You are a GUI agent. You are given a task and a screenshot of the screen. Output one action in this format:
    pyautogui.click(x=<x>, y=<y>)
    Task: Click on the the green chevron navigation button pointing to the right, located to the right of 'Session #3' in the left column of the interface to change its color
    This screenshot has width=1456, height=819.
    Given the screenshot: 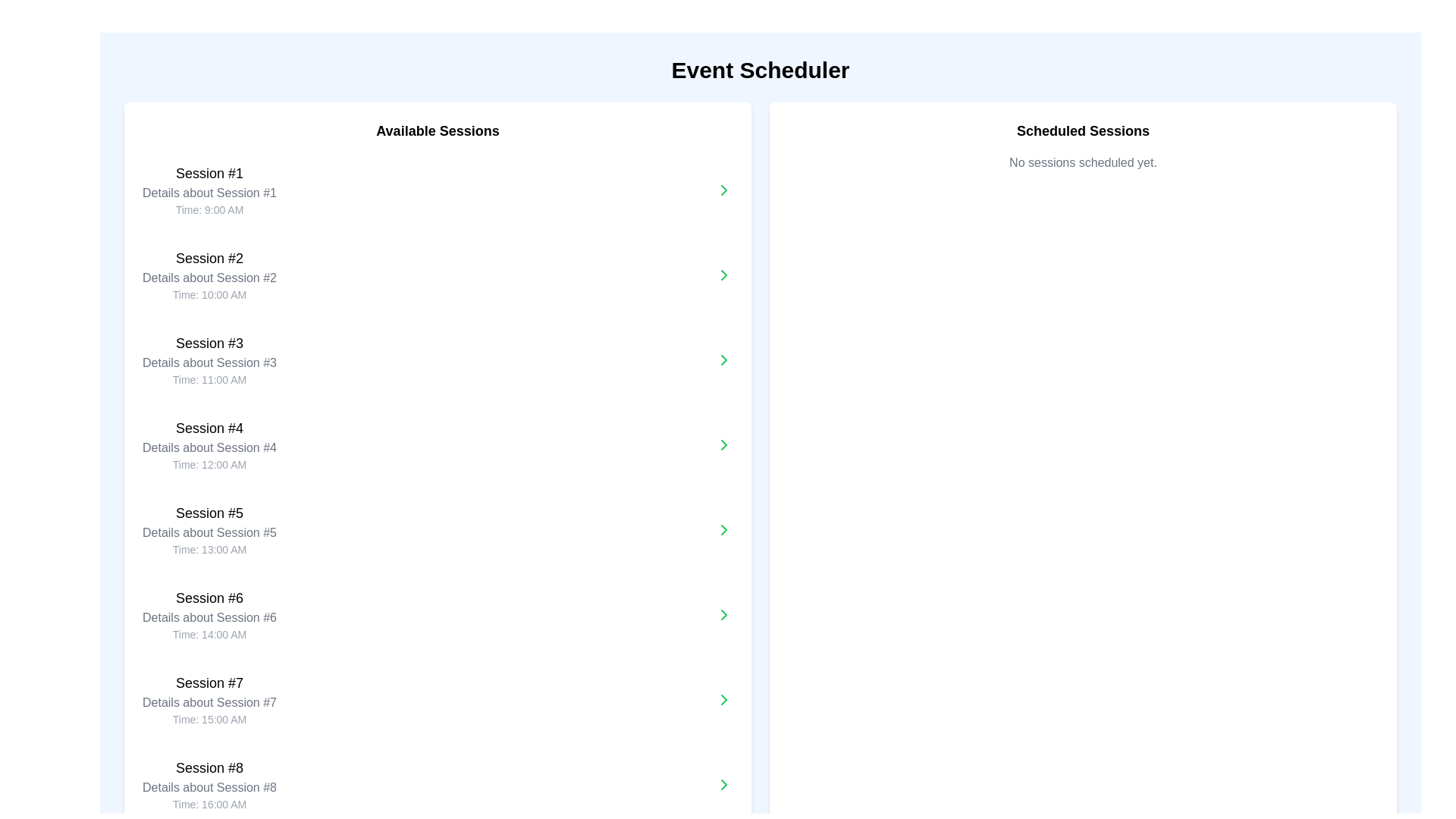 What is the action you would take?
    pyautogui.click(x=723, y=359)
    